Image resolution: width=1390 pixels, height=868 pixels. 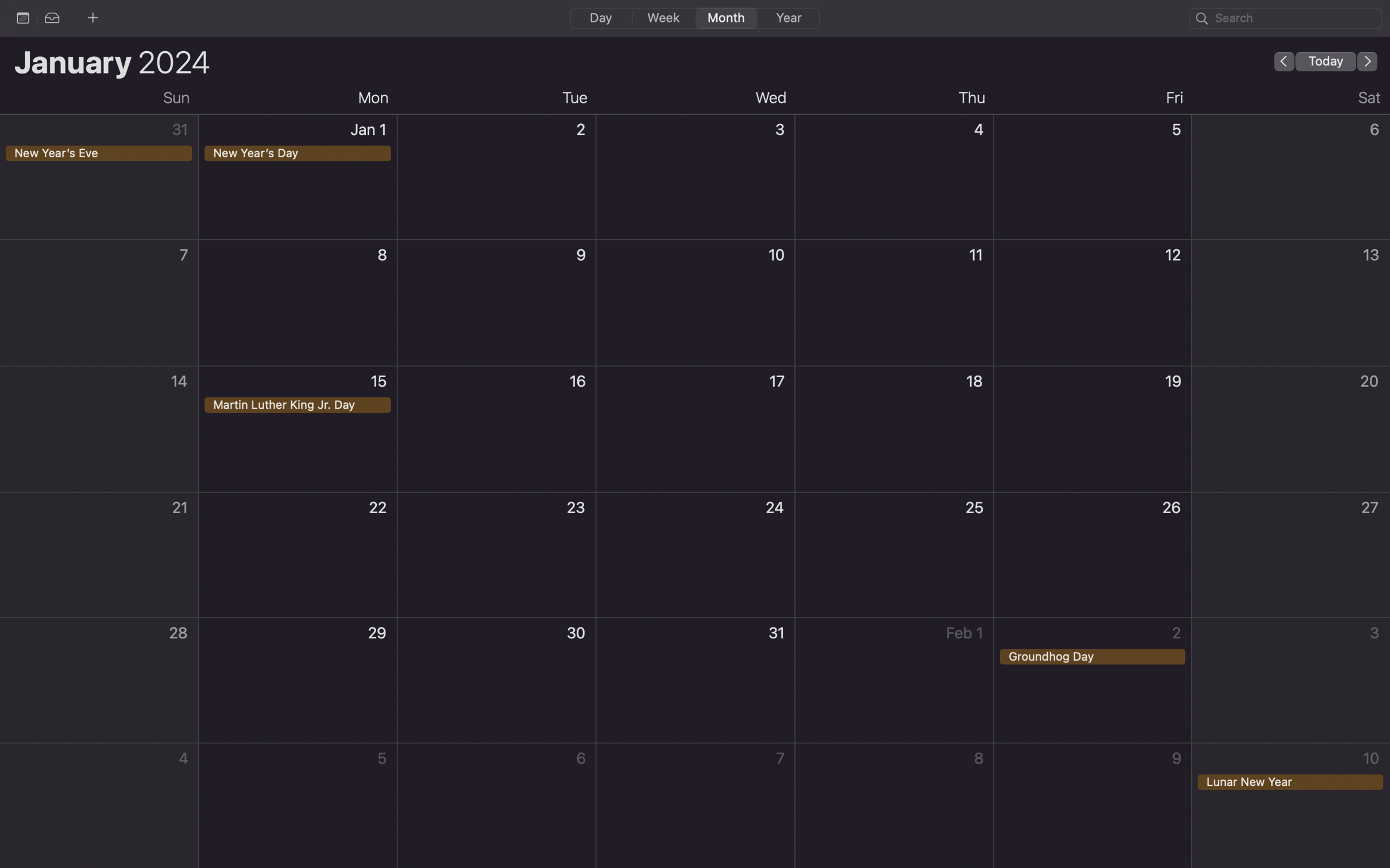 I want to click on Shift the calendar view to show the complete year, so click(x=787, y=17).